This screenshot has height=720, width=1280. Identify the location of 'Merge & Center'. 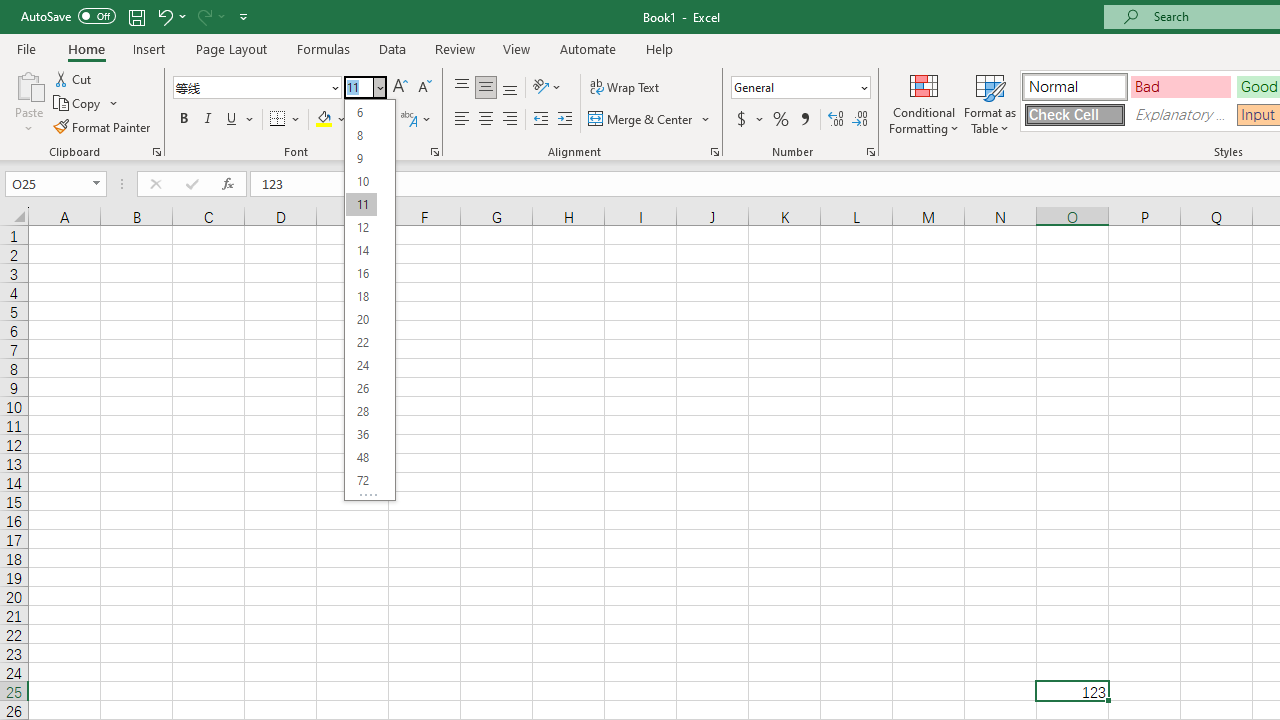
(641, 119).